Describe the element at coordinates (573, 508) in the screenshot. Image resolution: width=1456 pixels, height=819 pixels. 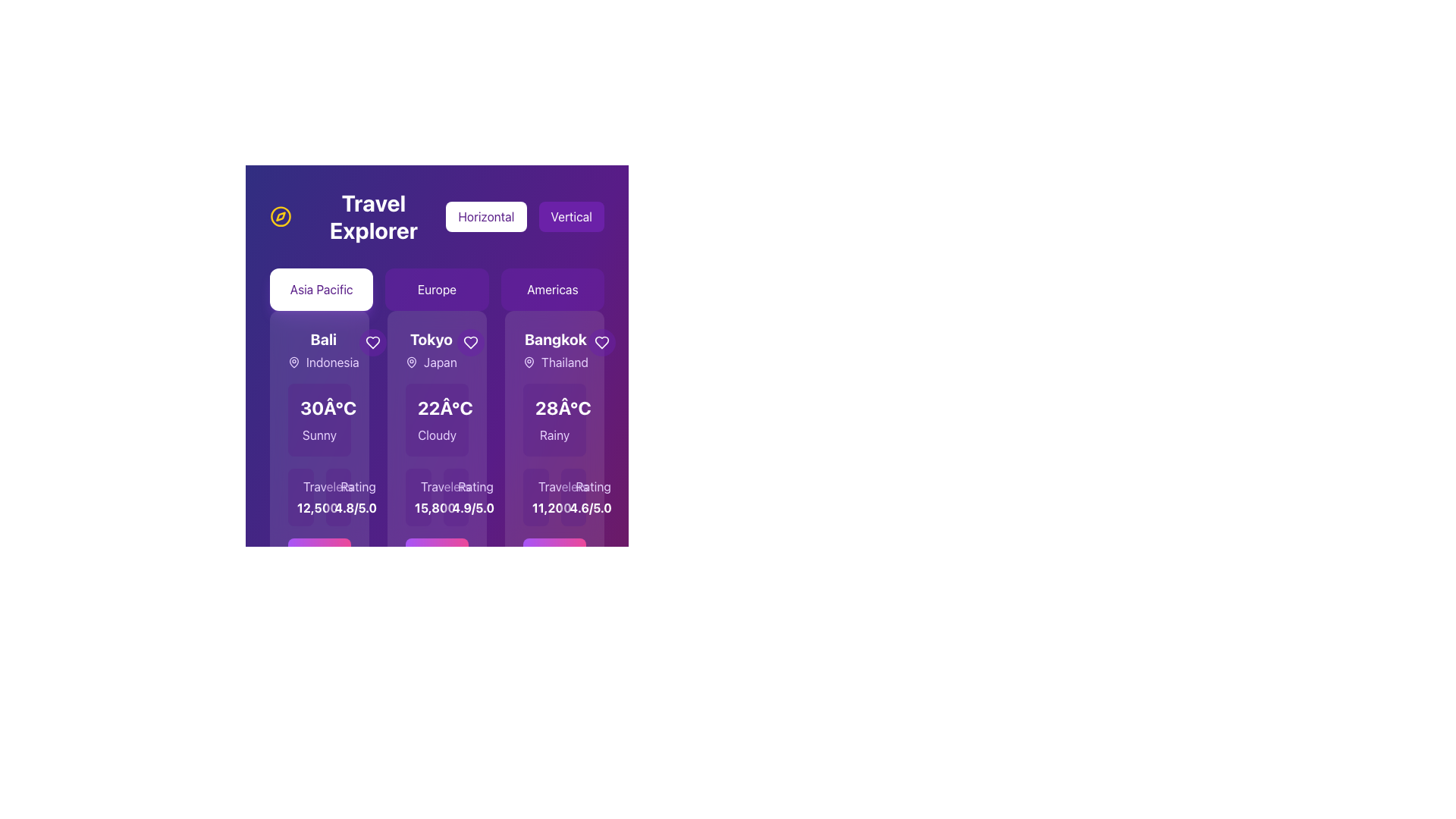
I see `the text label displaying '4.6/5.0' within the purple background card for the Bangkok destination, located below the temperature display and next to the 'Rating' label and icon` at that location.